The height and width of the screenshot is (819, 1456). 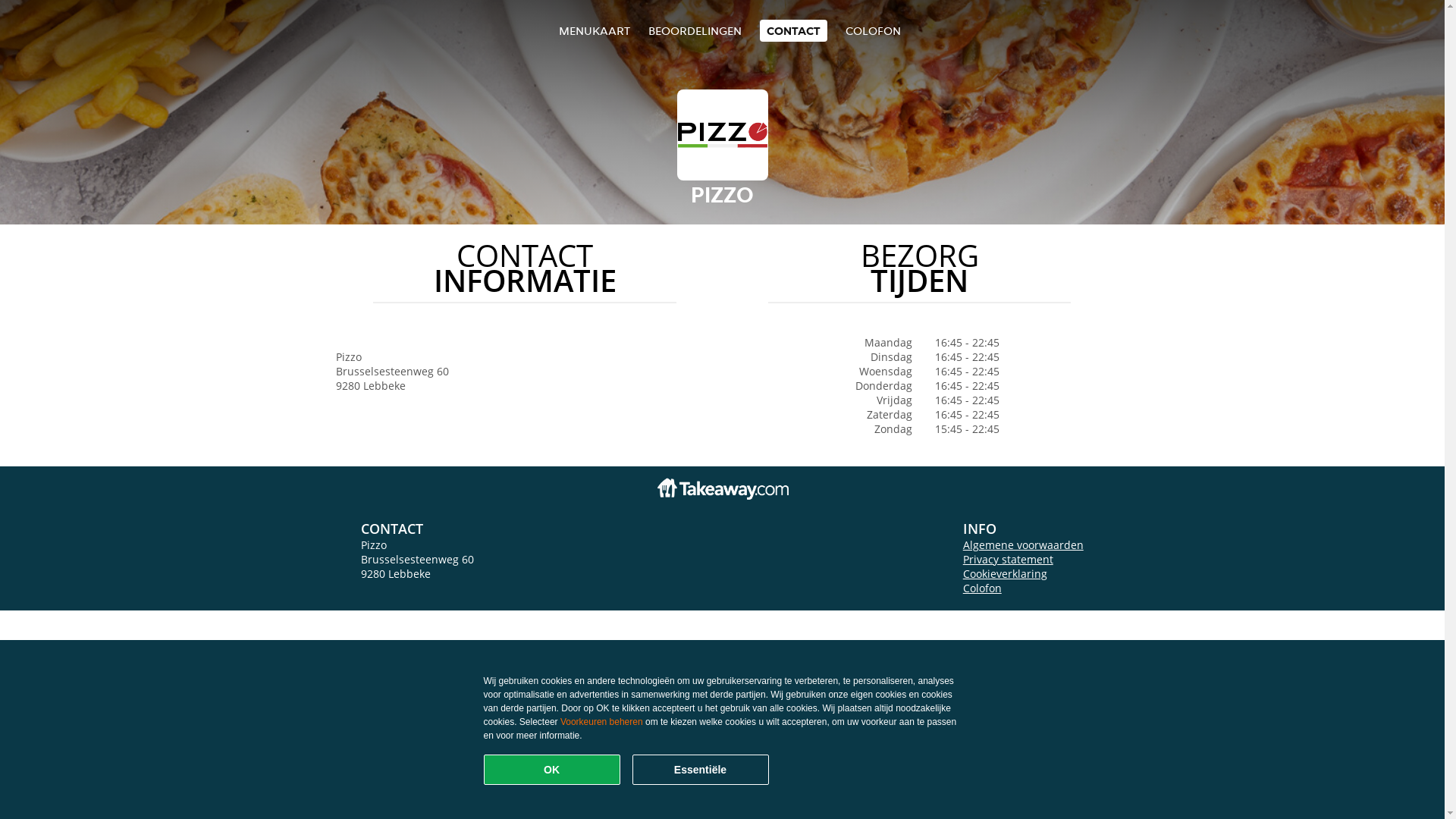 I want to click on 'Cookieverklaring', so click(x=1005, y=573).